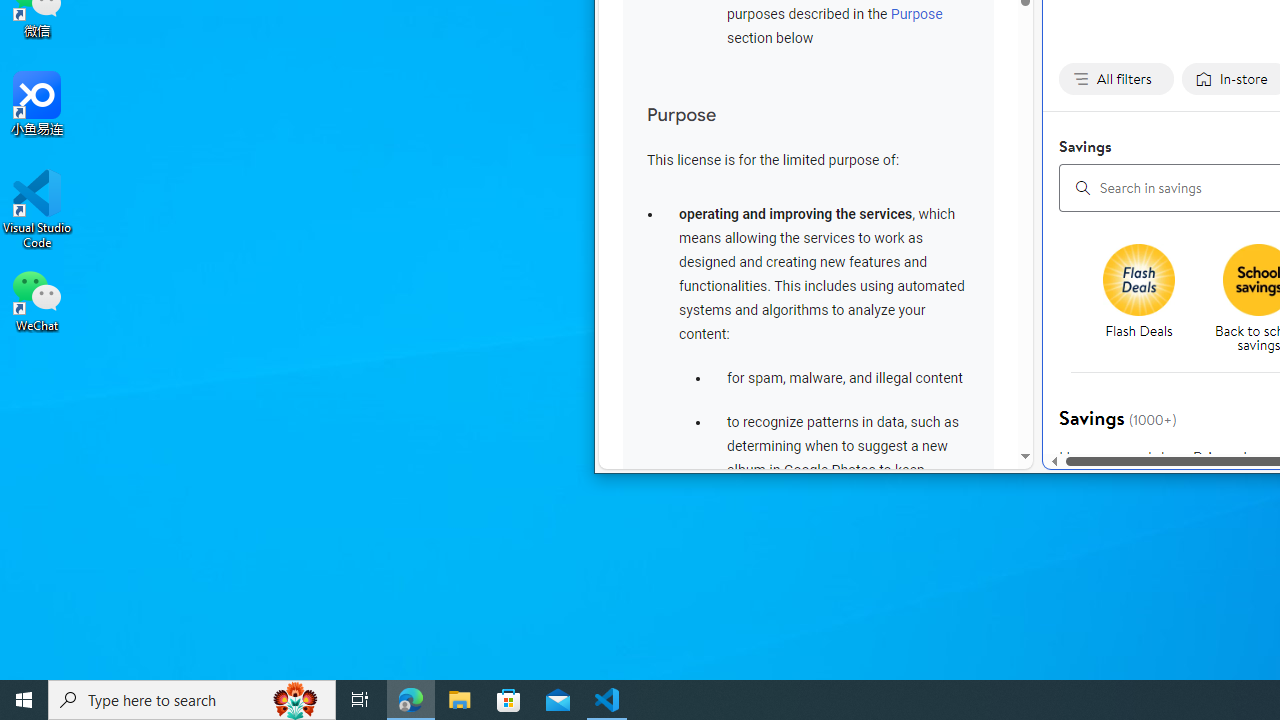 This screenshot has height=720, width=1280. I want to click on 'Flash deals Flash Deals', so click(1138, 293).